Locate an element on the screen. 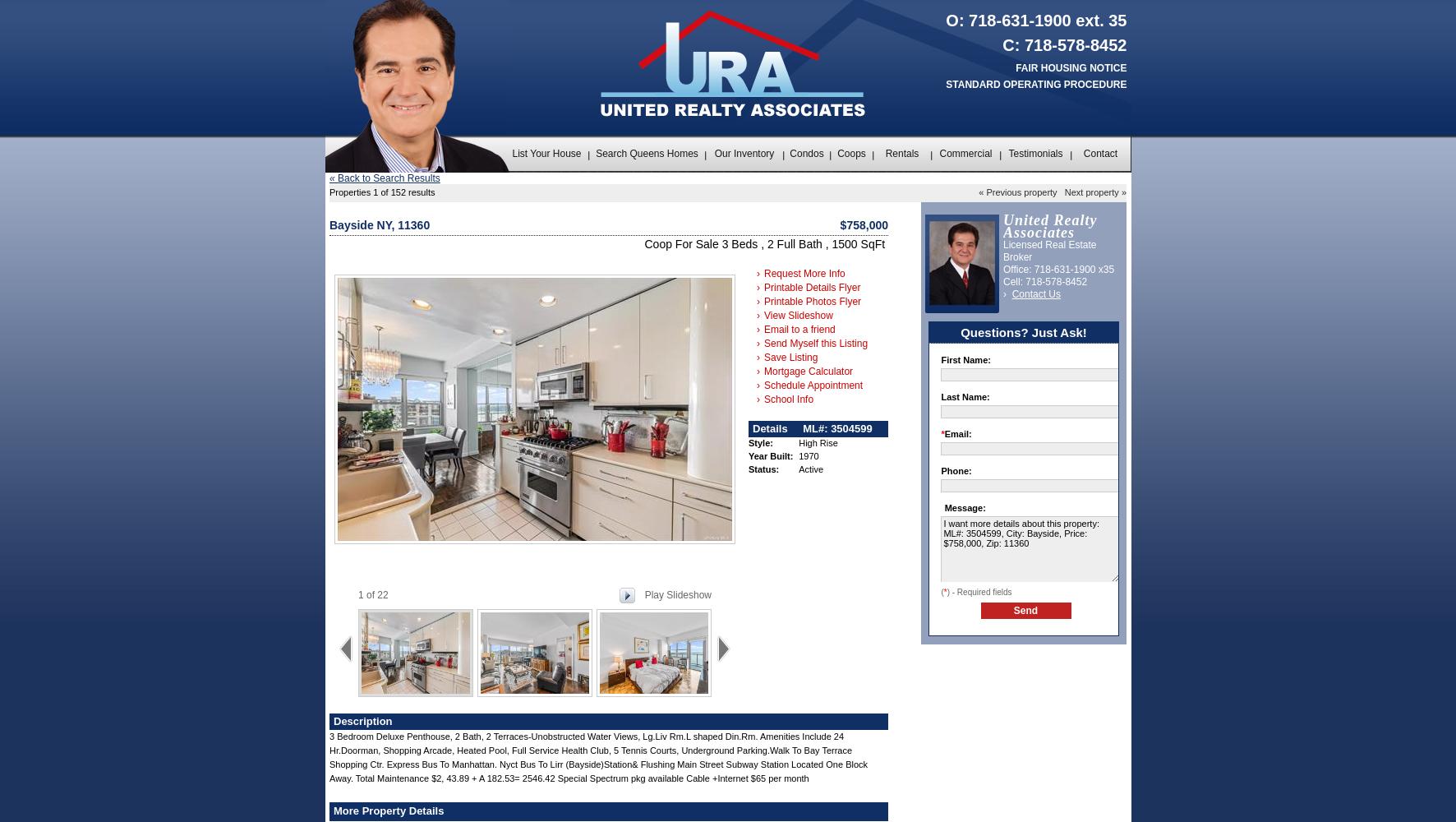 This screenshot has height=822, width=1456. 'Send' is located at coordinates (1025, 610).